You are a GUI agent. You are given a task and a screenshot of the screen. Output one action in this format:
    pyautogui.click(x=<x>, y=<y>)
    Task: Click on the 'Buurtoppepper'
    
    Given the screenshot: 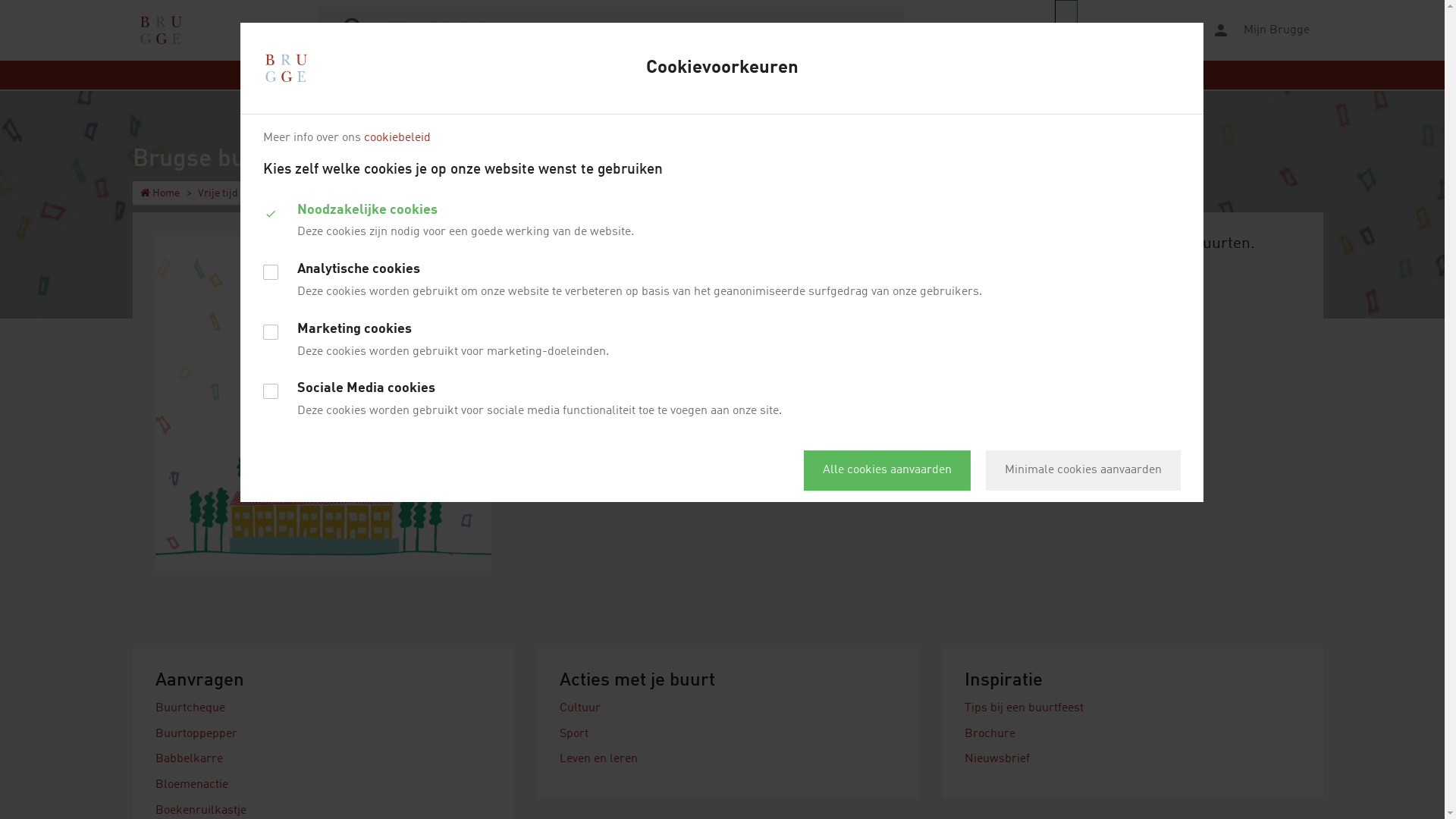 What is the action you would take?
    pyautogui.click(x=196, y=733)
    